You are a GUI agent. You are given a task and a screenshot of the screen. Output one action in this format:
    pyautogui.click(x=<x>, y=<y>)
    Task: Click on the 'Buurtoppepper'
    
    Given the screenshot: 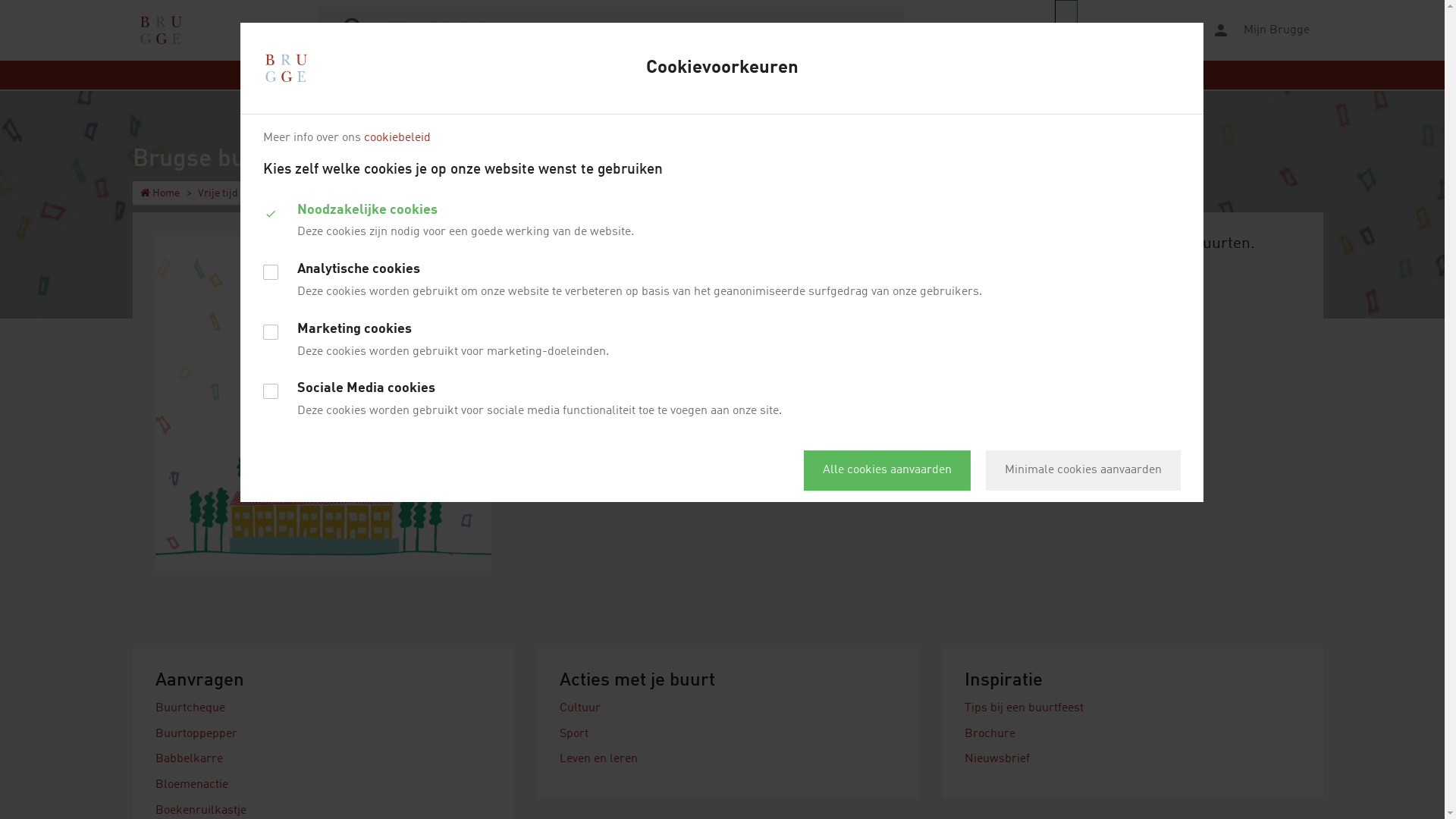 What is the action you would take?
    pyautogui.click(x=196, y=733)
    